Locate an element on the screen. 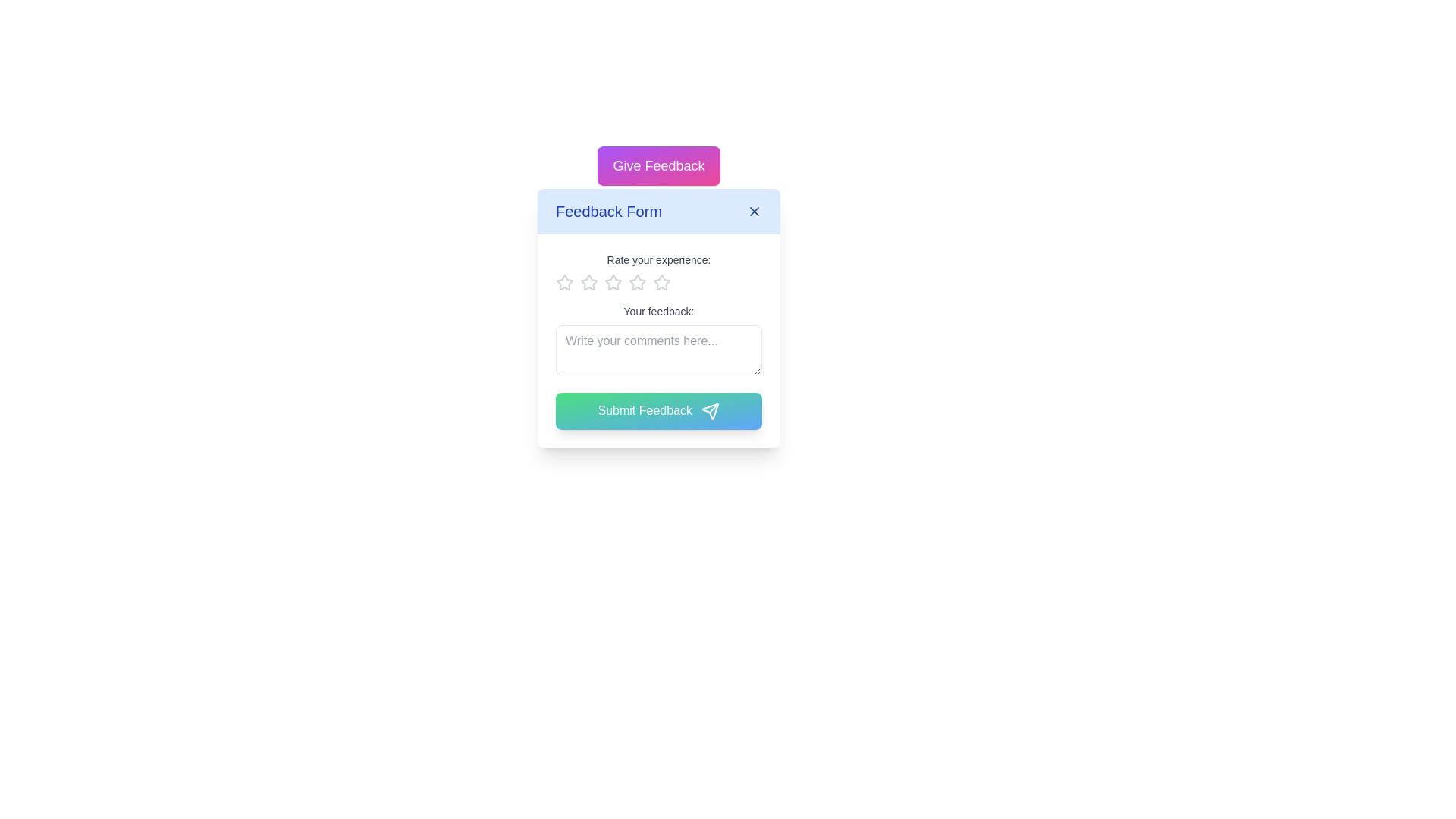 The height and width of the screenshot is (819, 1456). the fifth star-shaped icon in the rating system is located at coordinates (662, 283).